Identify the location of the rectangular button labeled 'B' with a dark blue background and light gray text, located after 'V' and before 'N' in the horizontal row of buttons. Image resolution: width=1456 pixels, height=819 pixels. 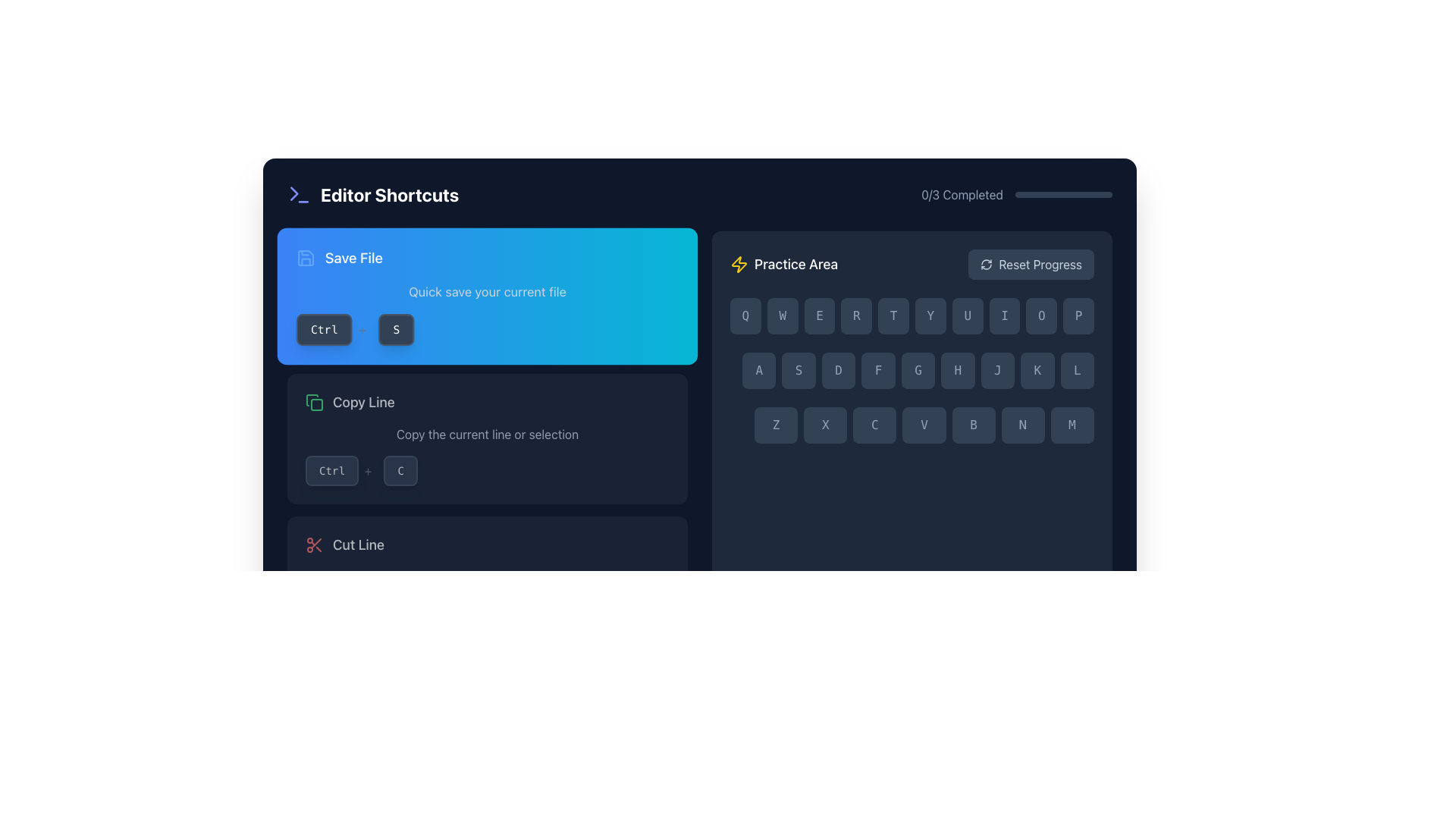
(973, 425).